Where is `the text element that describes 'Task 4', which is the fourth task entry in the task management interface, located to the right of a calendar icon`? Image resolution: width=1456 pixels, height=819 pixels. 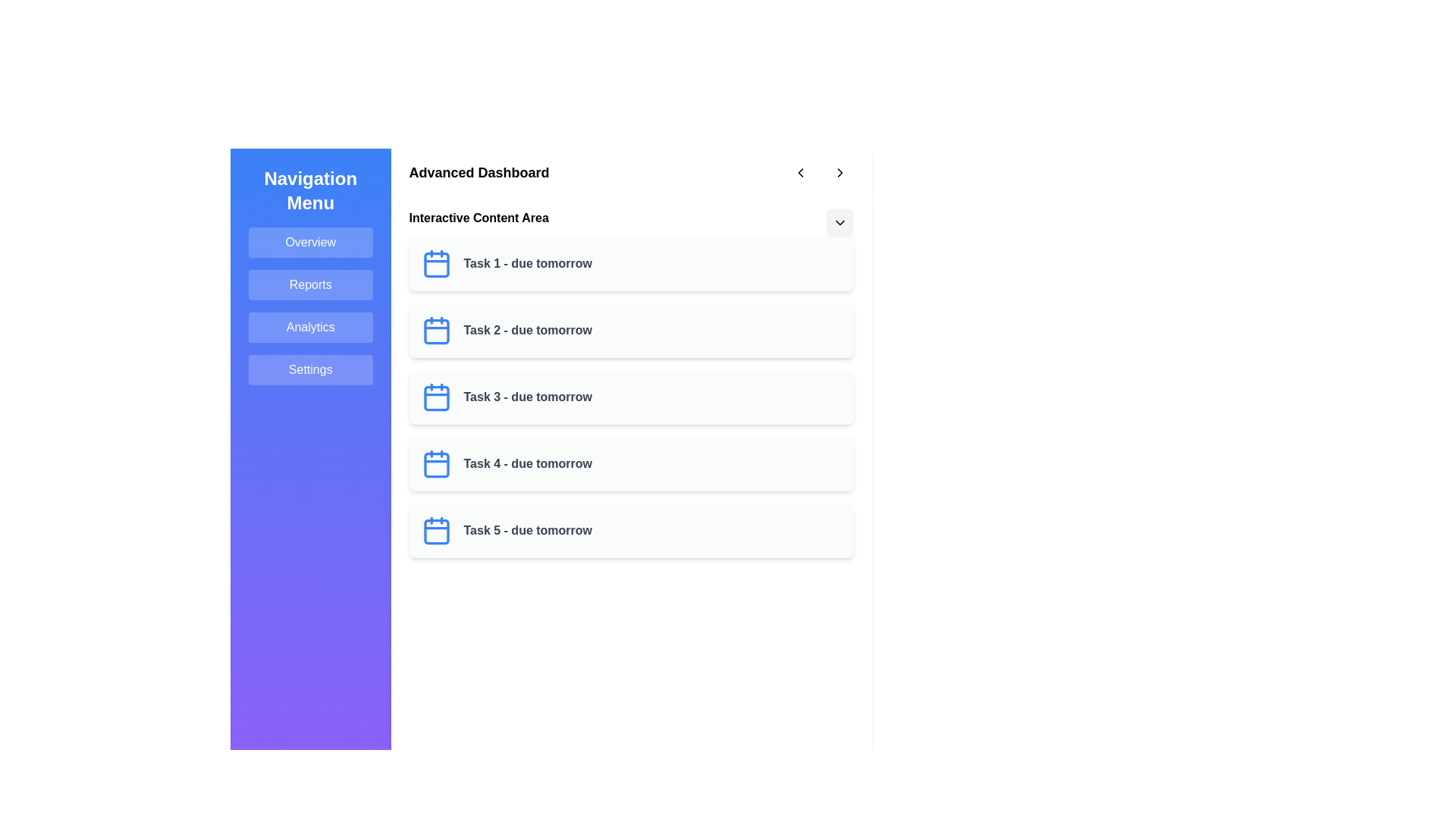
the text element that describes 'Task 4', which is the fourth task entry in the task management interface, located to the right of a calendar icon is located at coordinates (528, 463).